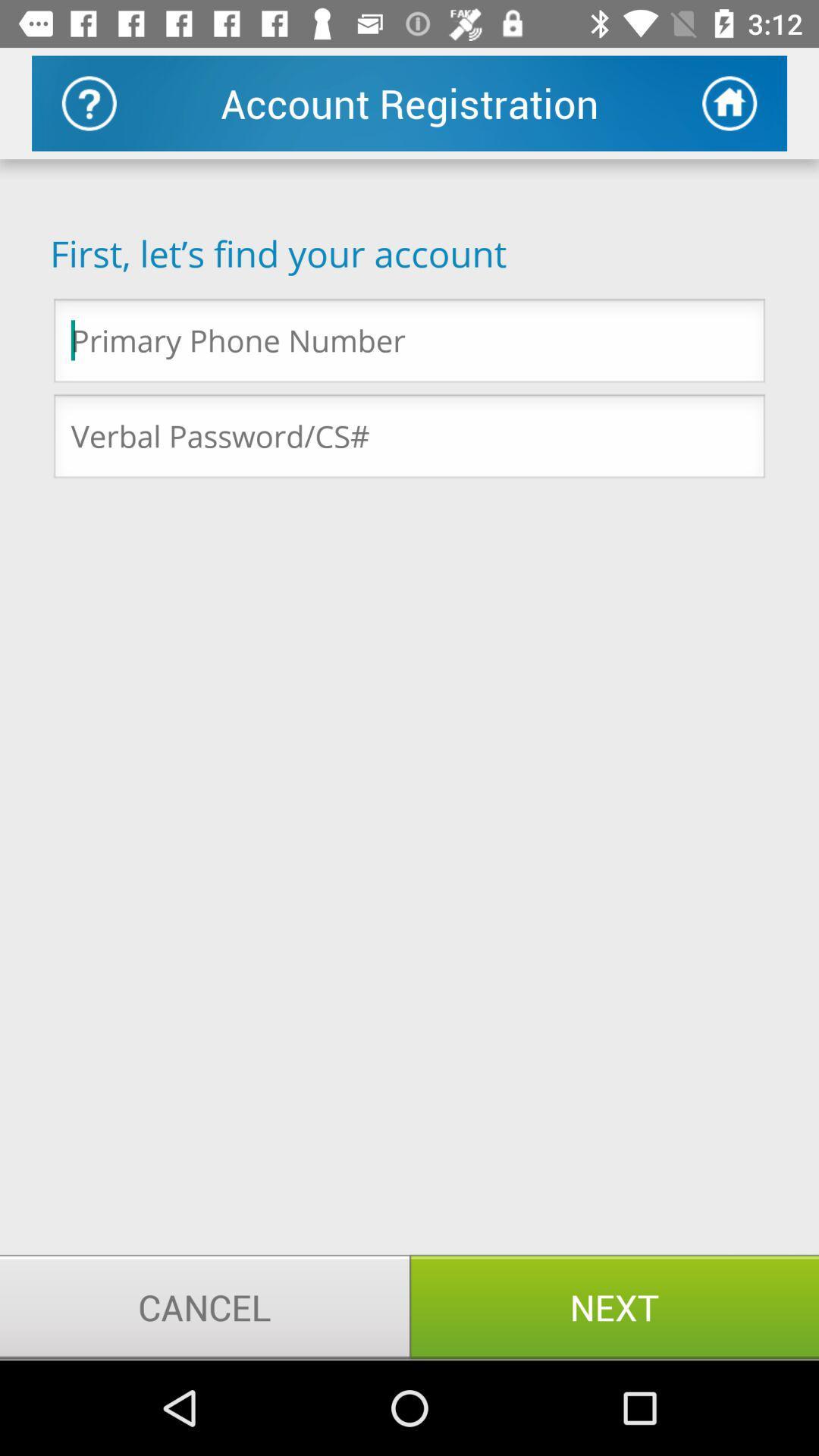  Describe the element at coordinates (614, 1306) in the screenshot. I see `the next item` at that location.